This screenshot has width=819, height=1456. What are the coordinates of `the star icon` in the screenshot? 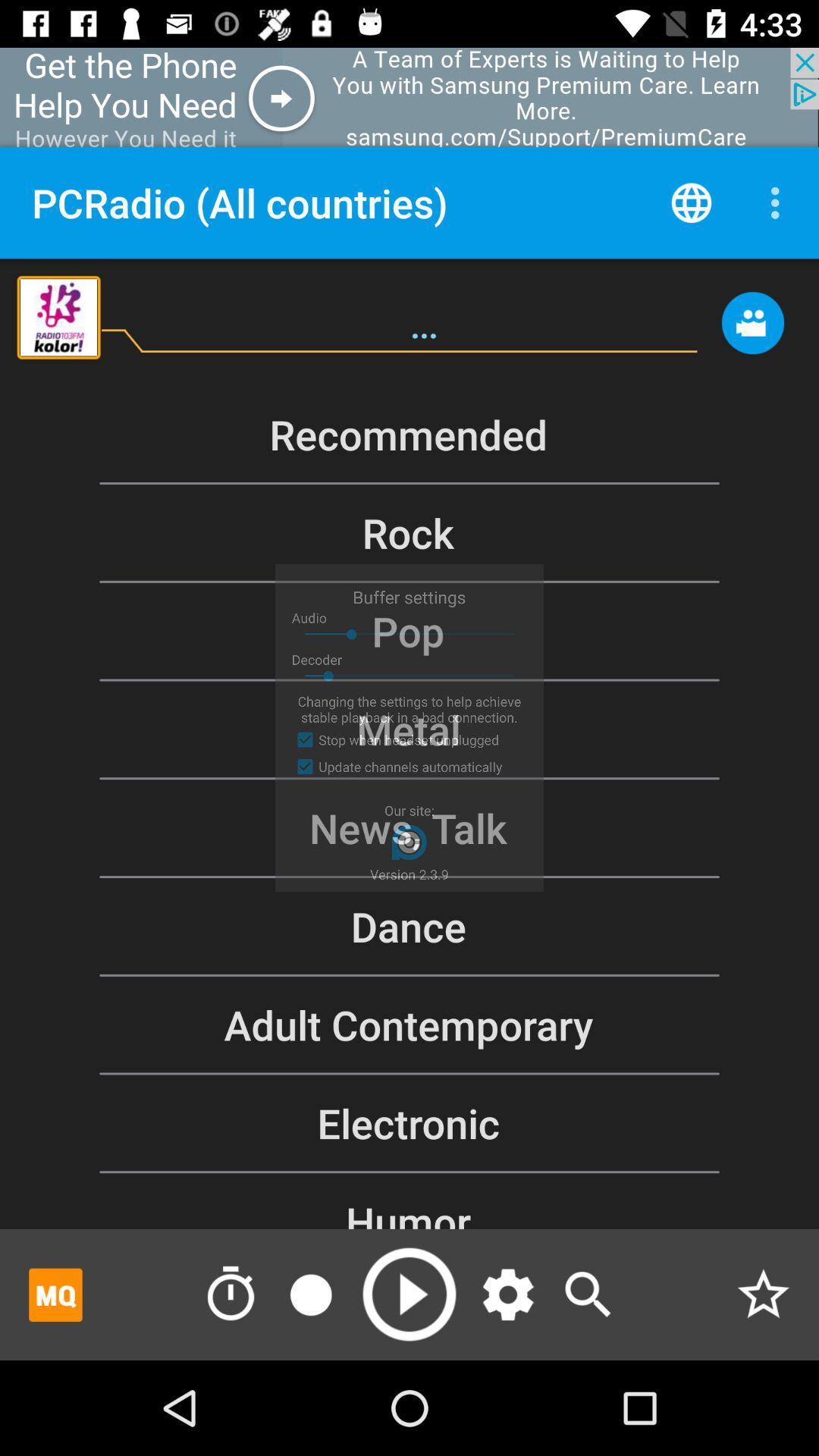 It's located at (763, 1294).